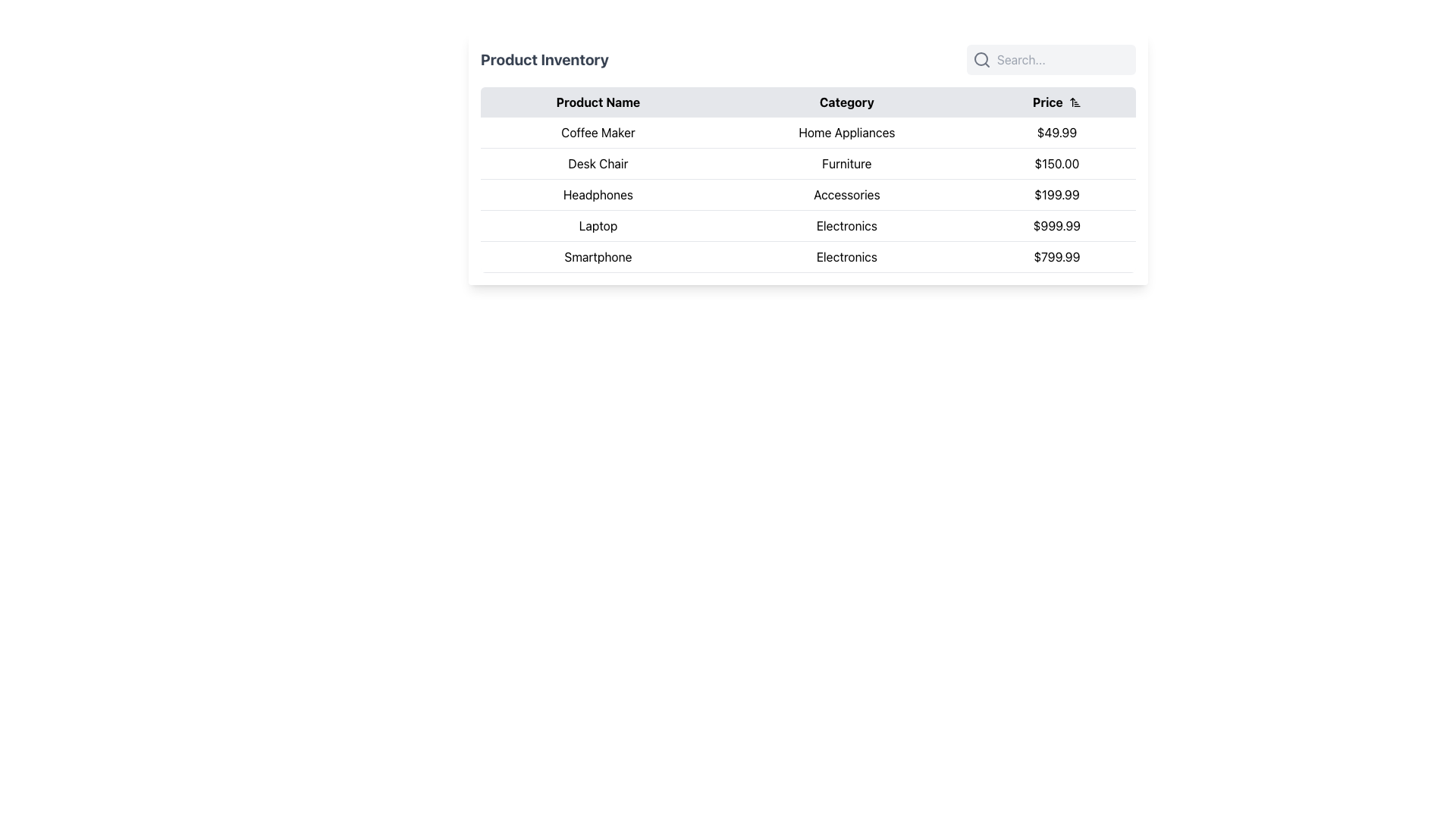  Describe the element at coordinates (1056, 256) in the screenshot. I see `the text label displaying the price '$799.99' in black font, located in the 'Price' column of the table aligned with the 'Smartphone' product` at that location.